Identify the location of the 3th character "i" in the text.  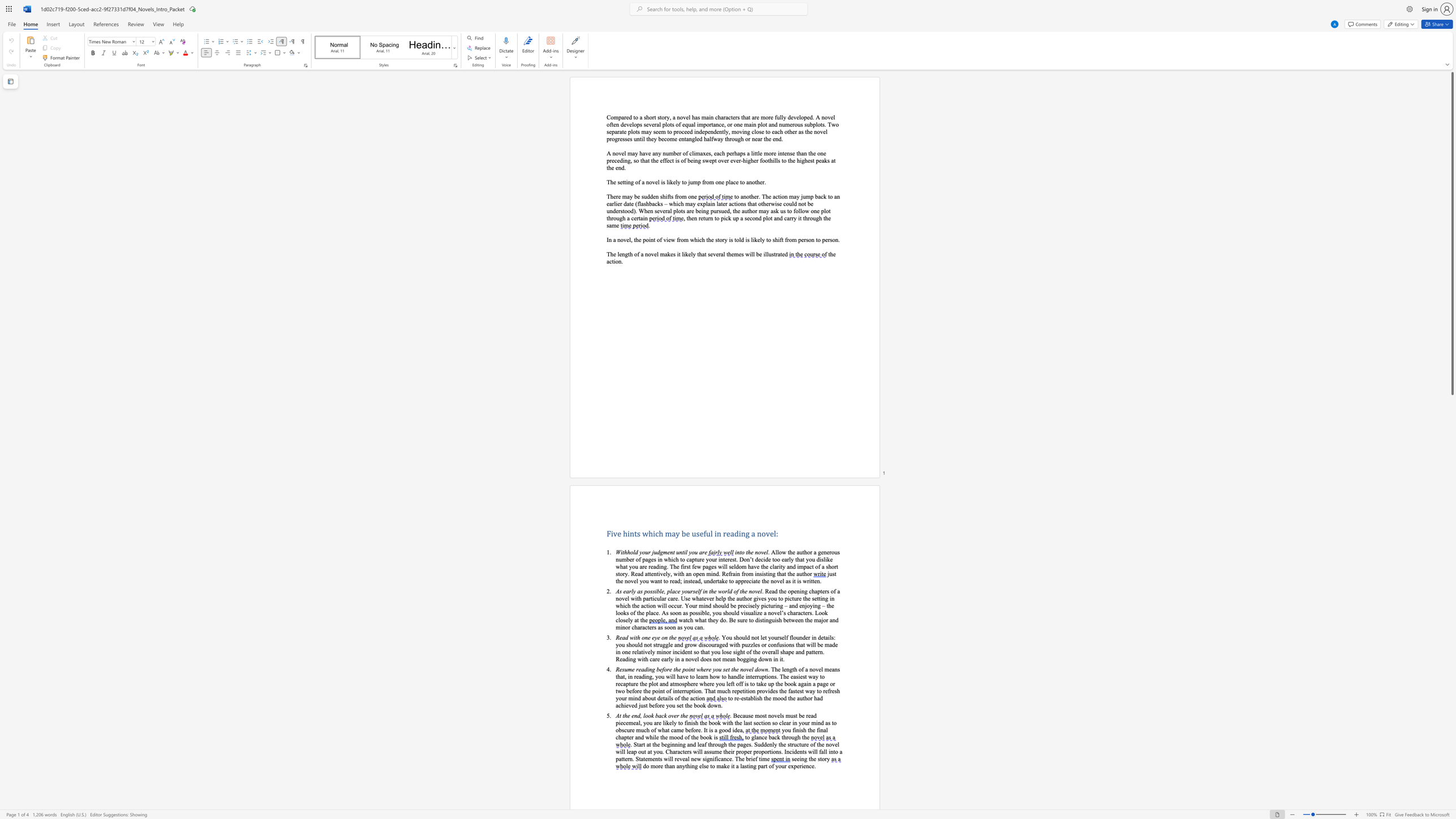
(701, 644).